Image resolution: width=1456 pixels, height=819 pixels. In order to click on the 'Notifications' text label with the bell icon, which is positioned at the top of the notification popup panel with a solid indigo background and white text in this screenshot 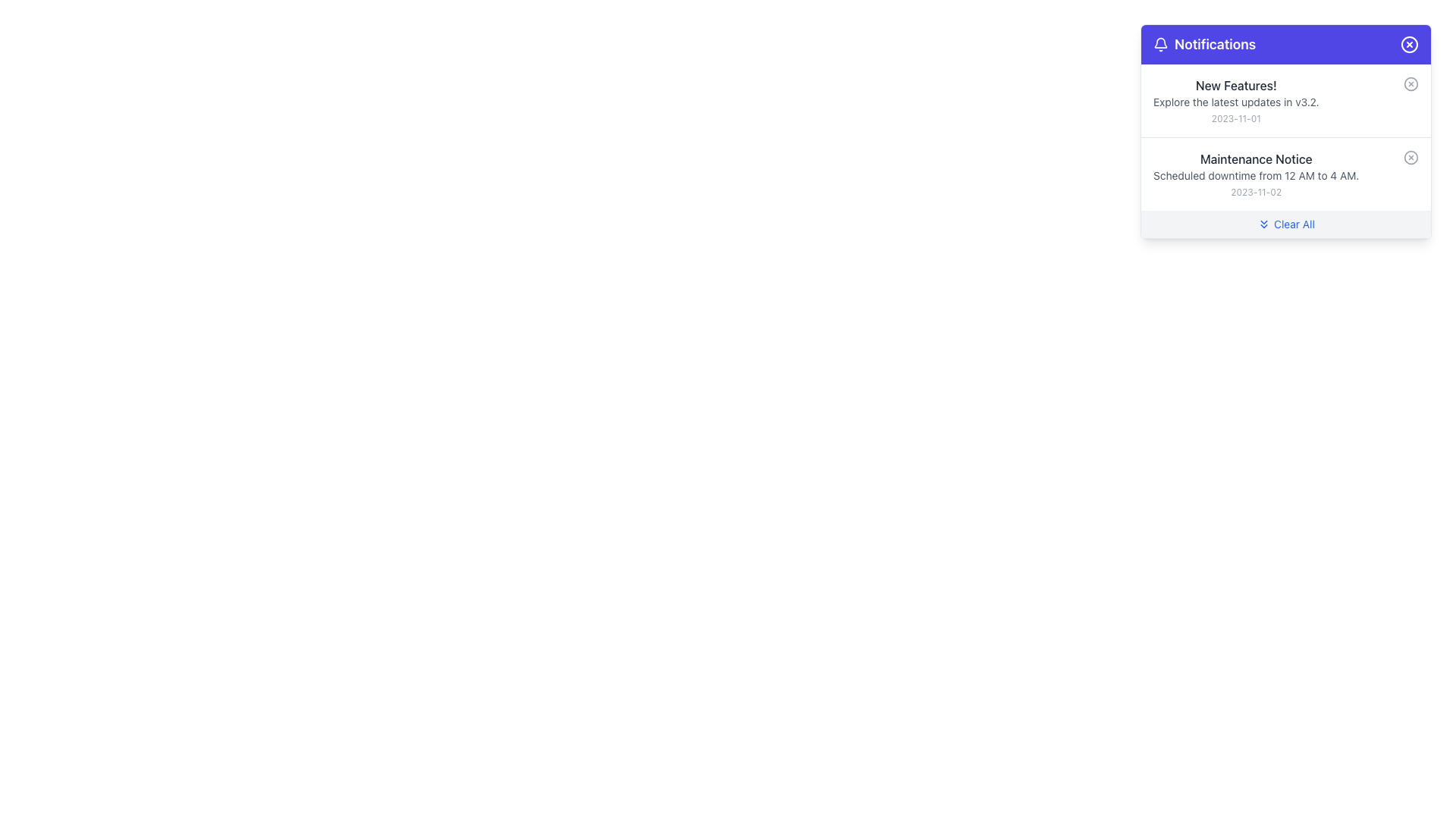, I will do `click(1203, 43)`.